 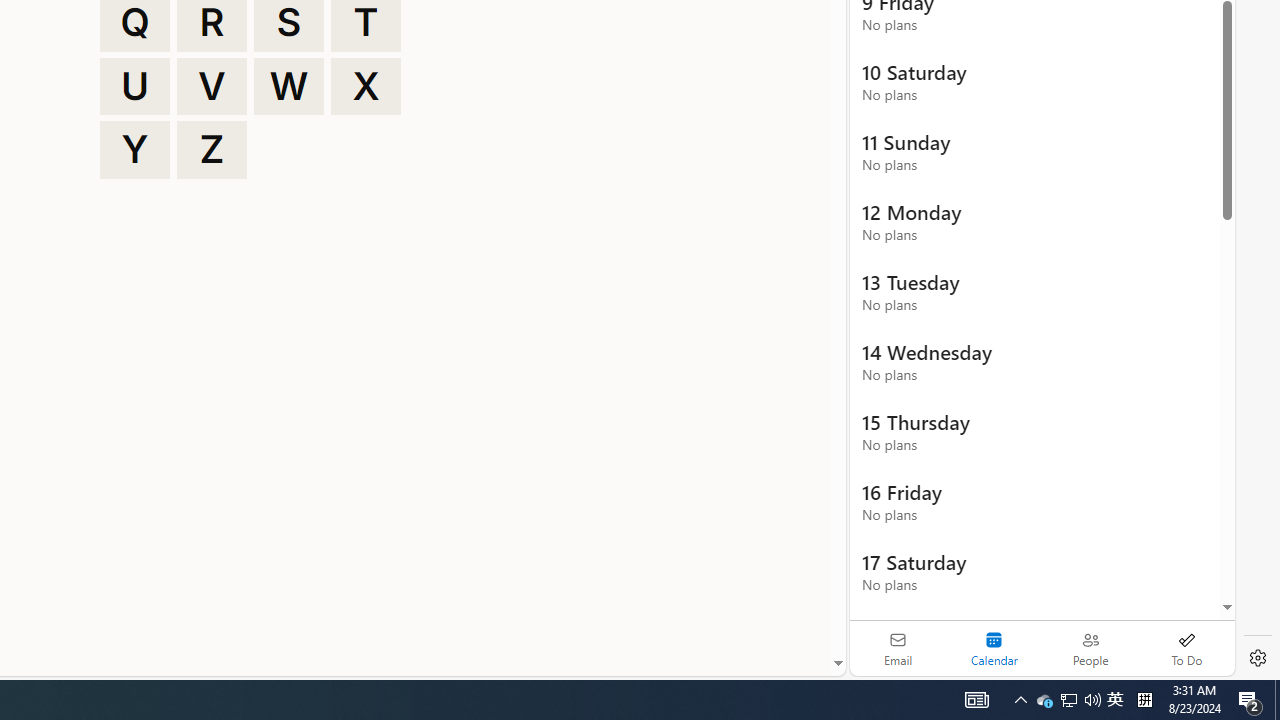 I want to click on 'X', so click(x=366, y=85).